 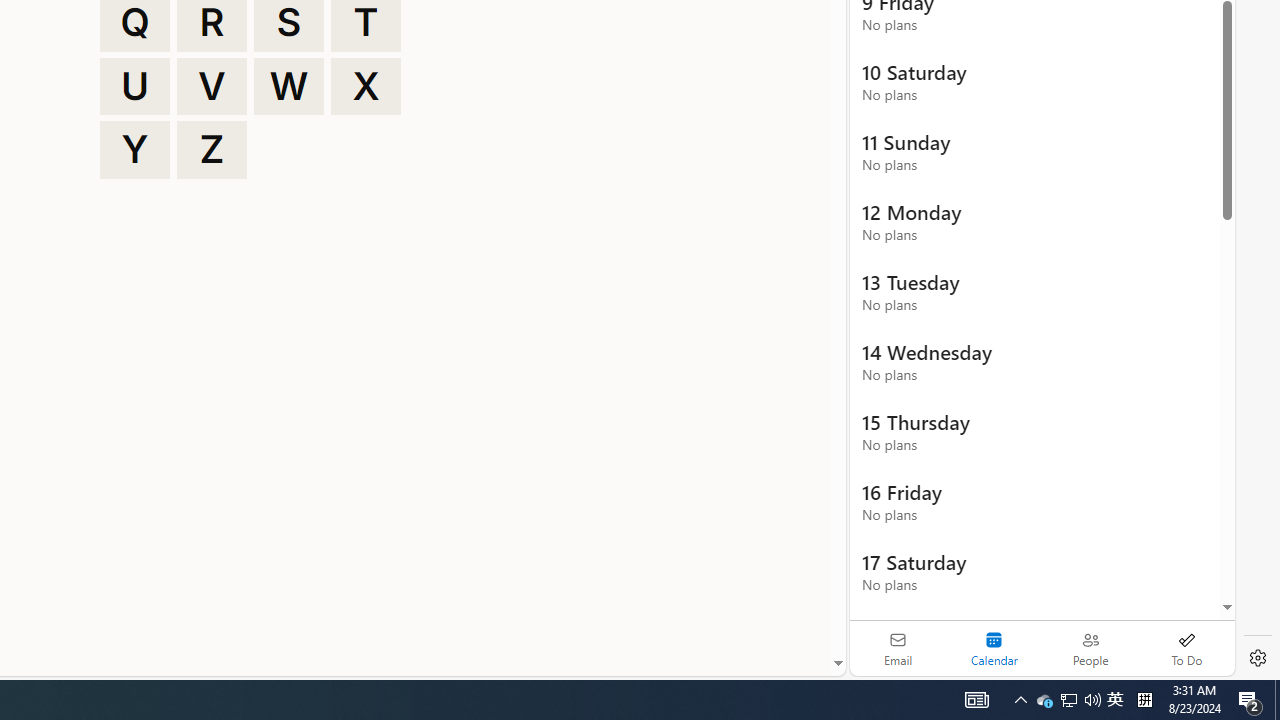 I want to click on 'X', so click(x=366, y=85).